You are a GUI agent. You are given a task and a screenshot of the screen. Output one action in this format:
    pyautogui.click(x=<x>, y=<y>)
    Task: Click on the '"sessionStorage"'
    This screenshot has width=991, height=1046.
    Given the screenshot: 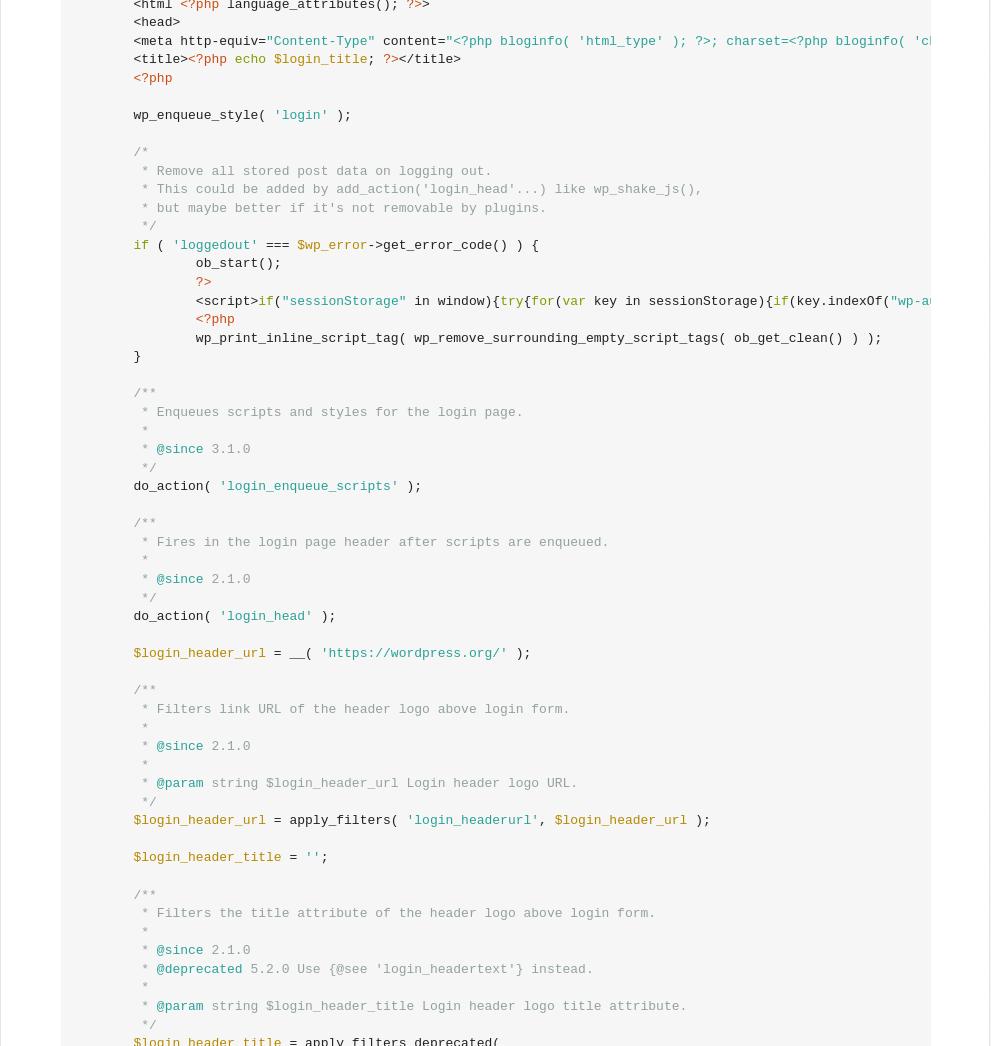 What is the action you would take?
    pyautogui.click(x=343, y=300)
    